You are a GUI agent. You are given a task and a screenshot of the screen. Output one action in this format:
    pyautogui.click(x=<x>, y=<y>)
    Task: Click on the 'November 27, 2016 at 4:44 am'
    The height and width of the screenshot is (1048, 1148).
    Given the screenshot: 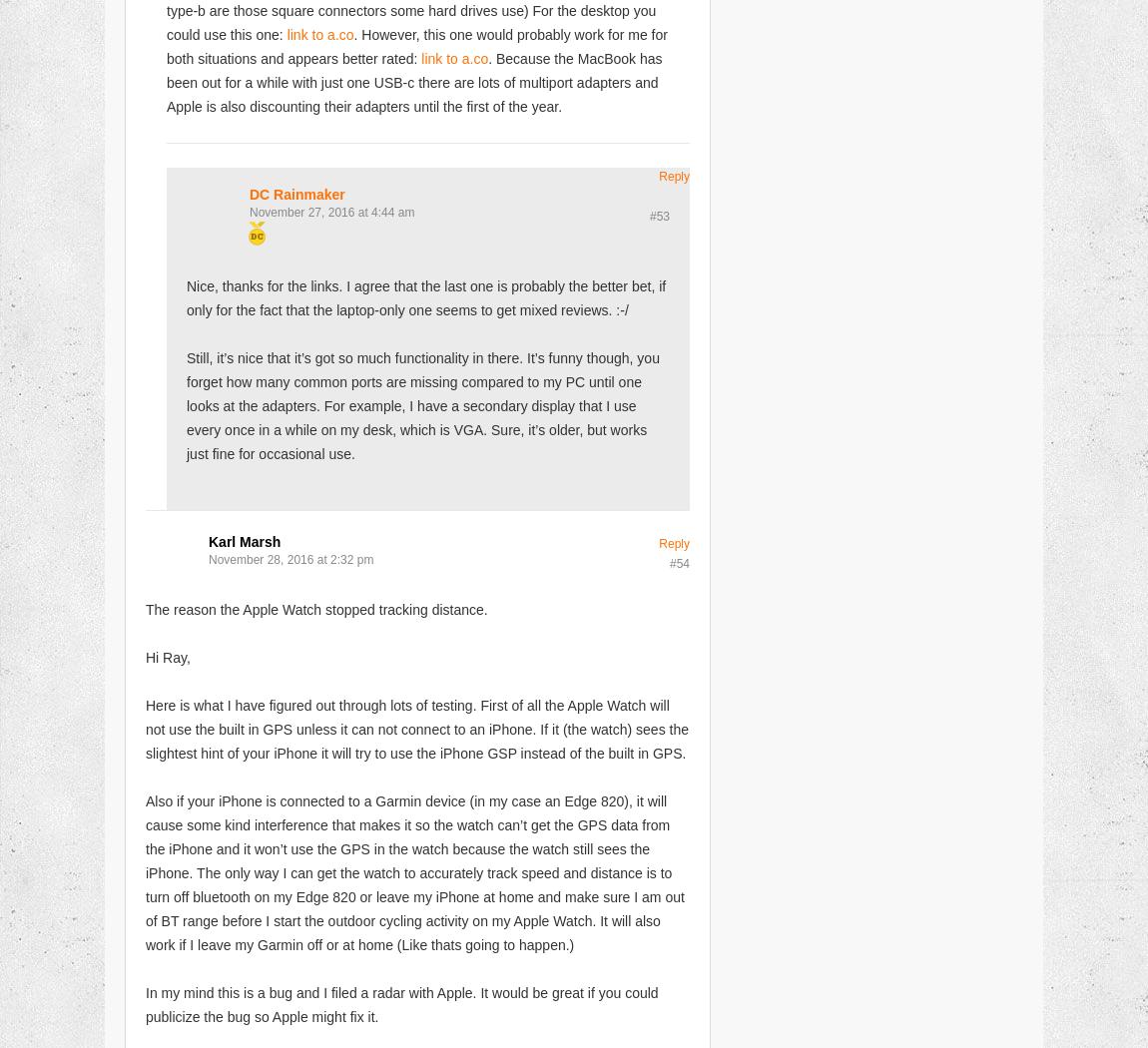 What is the action you would take?
    pyautogui.click(x=249, y=210)
    